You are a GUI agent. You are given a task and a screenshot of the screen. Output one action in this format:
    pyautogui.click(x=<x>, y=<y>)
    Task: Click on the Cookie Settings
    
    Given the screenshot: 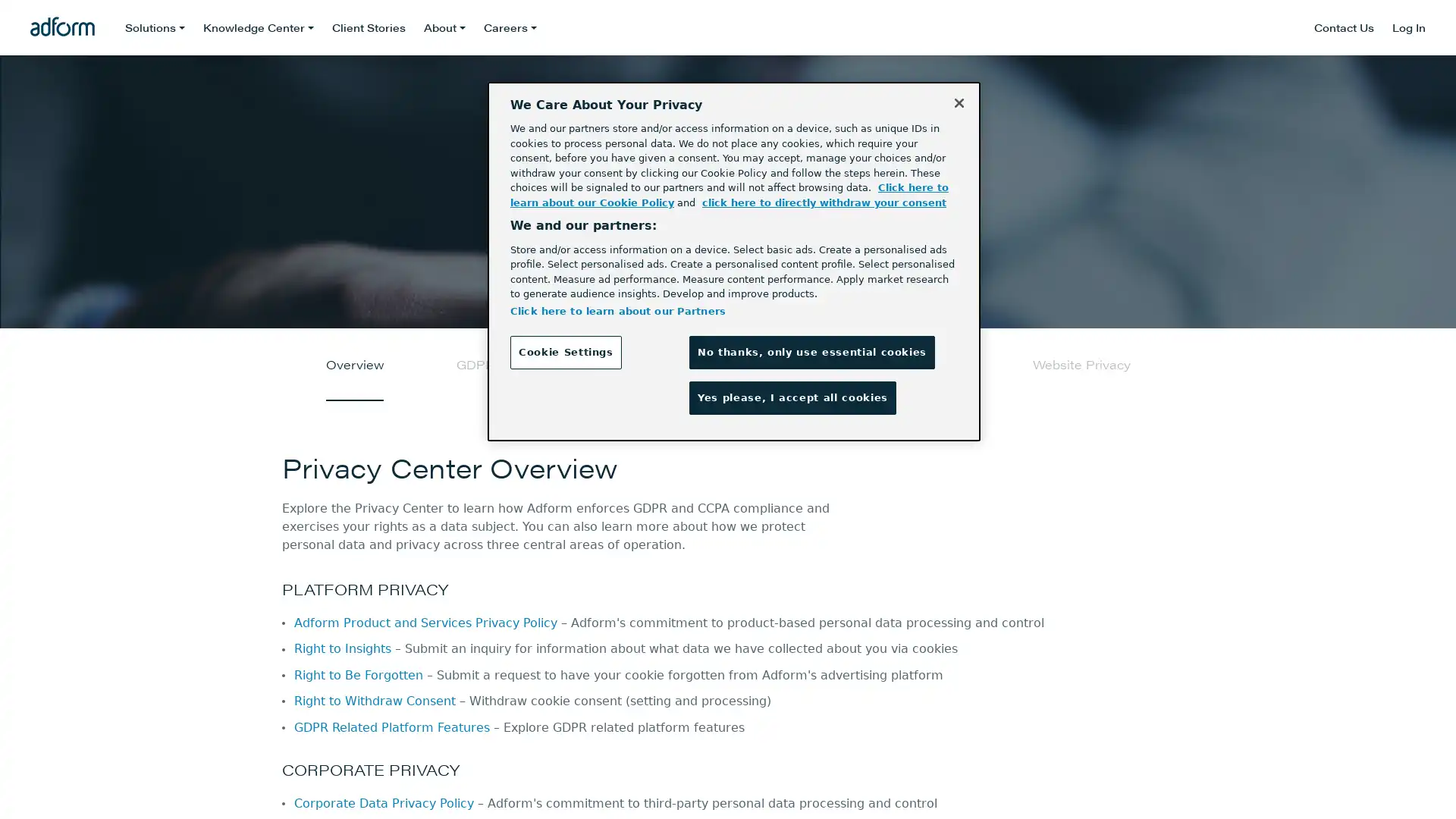 What is the action you would take?
    pyautogui.click(x=564, y=352)
    